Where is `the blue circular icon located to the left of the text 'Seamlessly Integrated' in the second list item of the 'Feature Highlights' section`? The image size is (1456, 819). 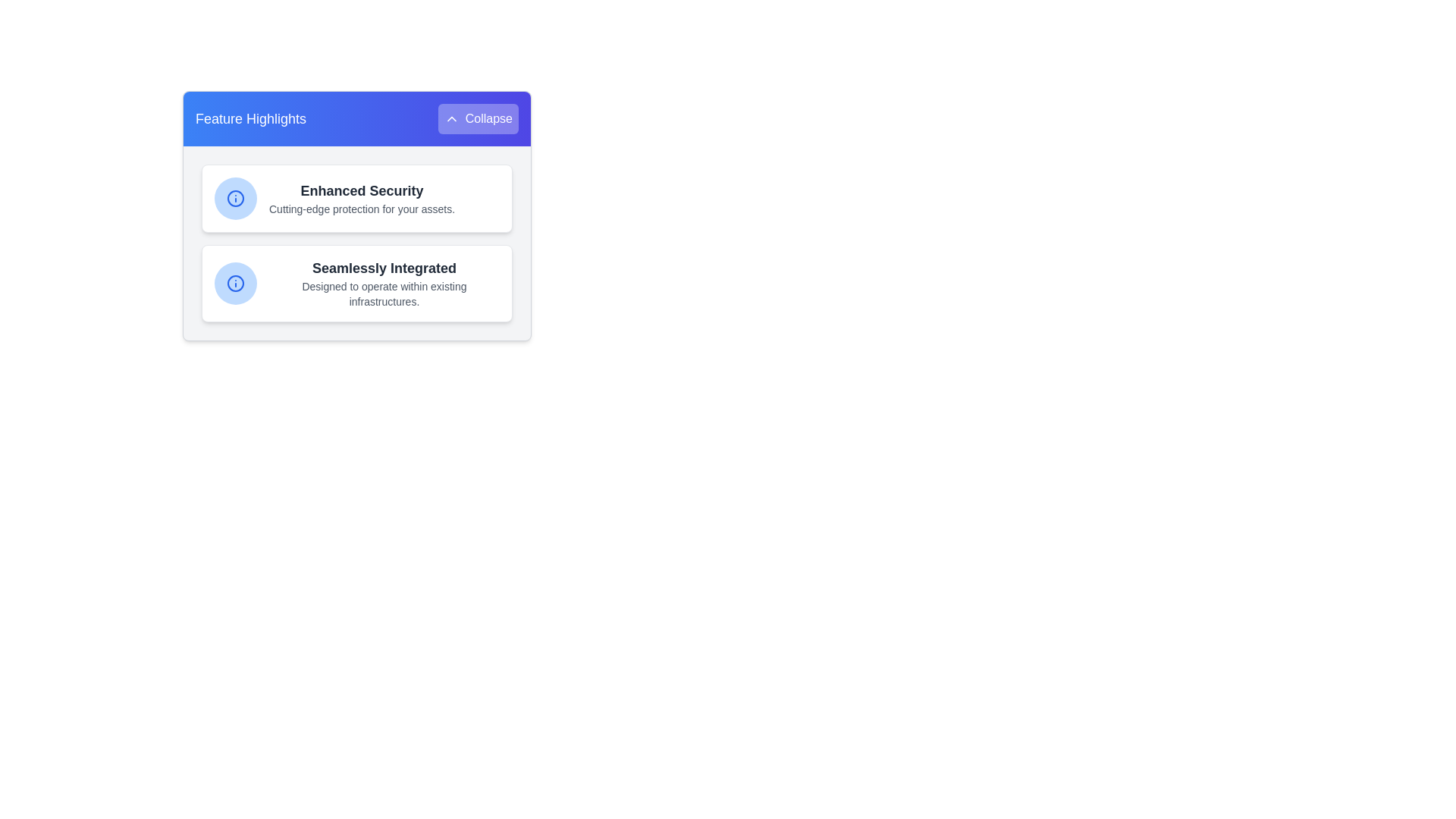 the blue circular icon located to the left of the text 'Seamlessly Integrated' in the second list item of the 'Feature Highlights' section is located at coordinates (235, 284).